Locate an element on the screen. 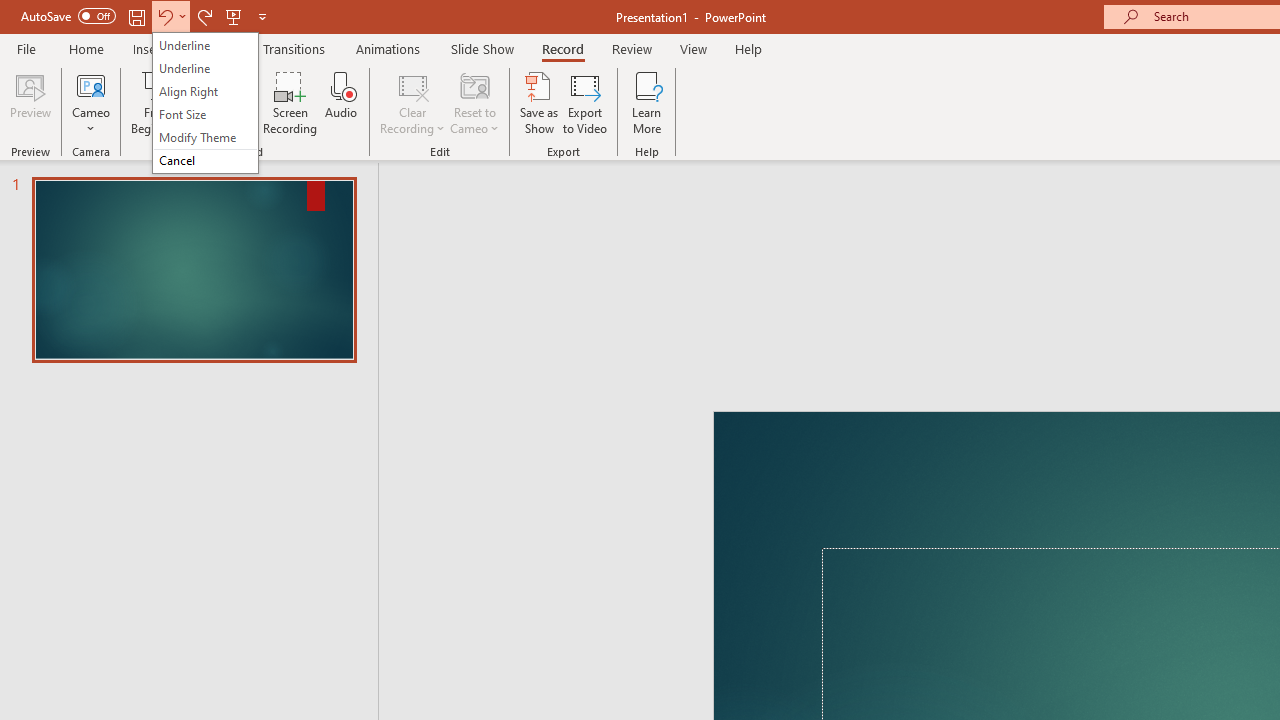  'Learn More' is located at coordinates (647, 103).